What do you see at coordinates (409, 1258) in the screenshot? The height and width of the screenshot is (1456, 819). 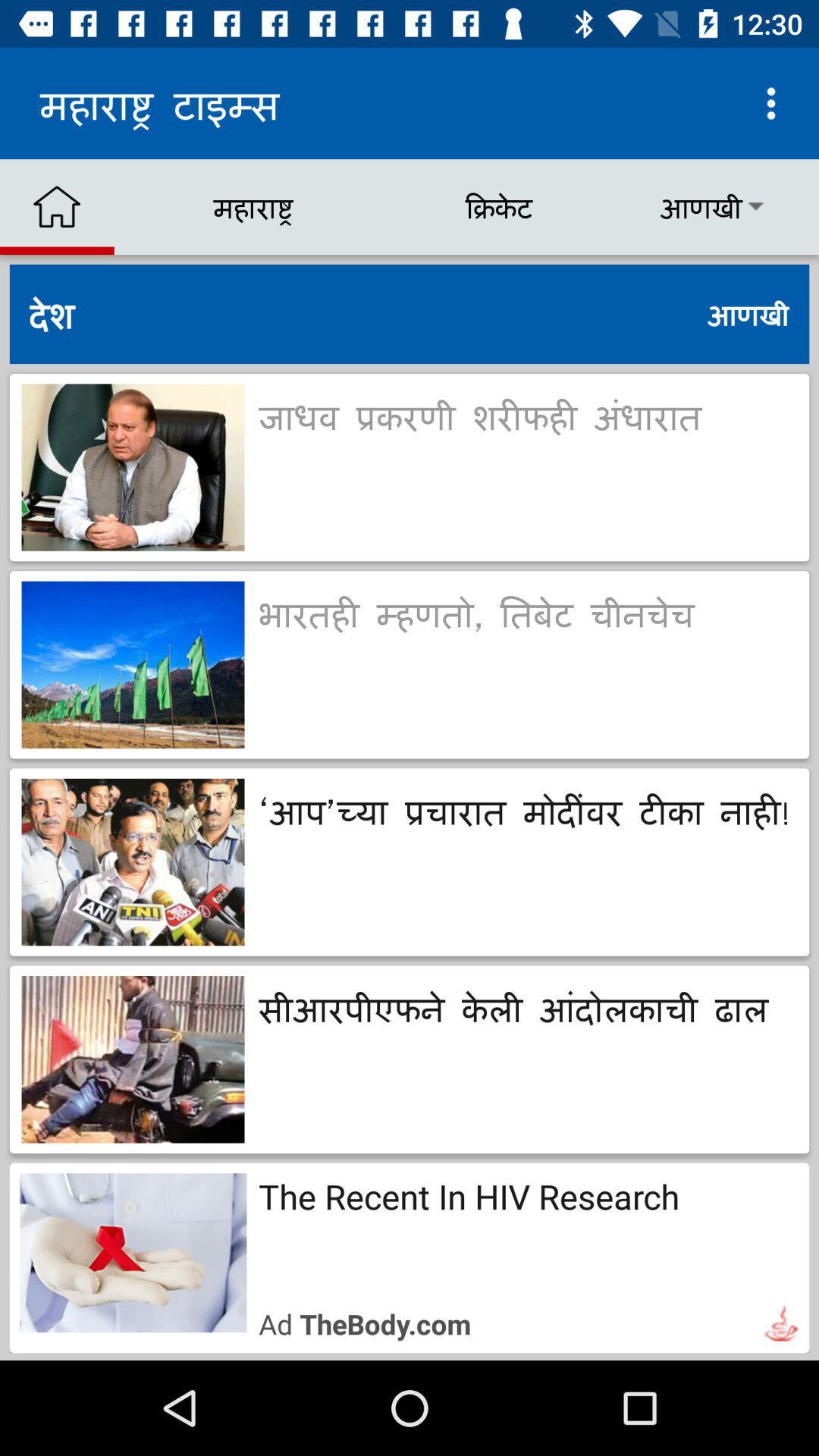 I see `the last post at bottom of the page` at bounding box center [409, 1258].